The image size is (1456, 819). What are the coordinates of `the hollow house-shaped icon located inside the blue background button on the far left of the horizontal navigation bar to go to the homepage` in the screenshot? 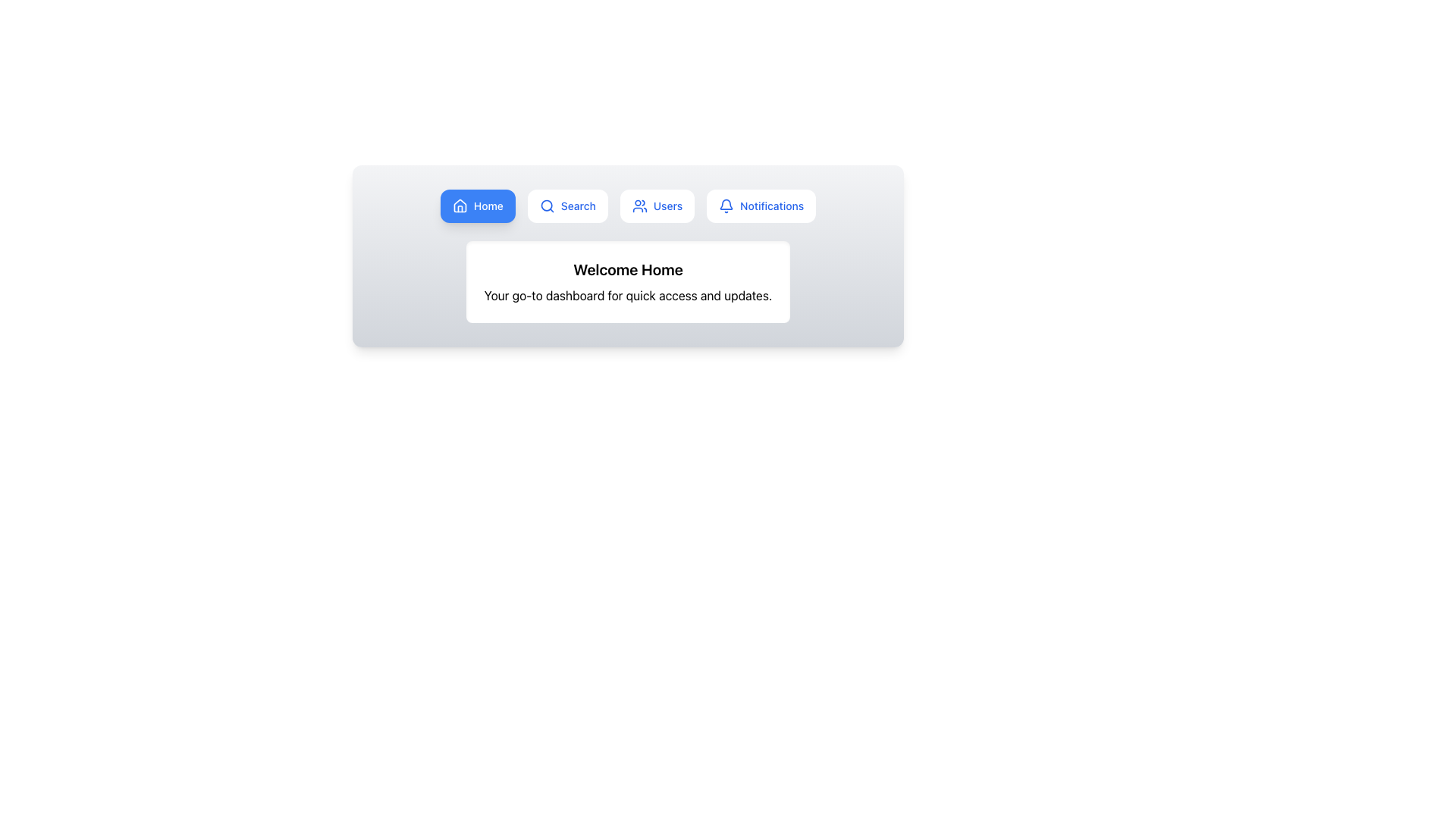 It's located at (459, 206).